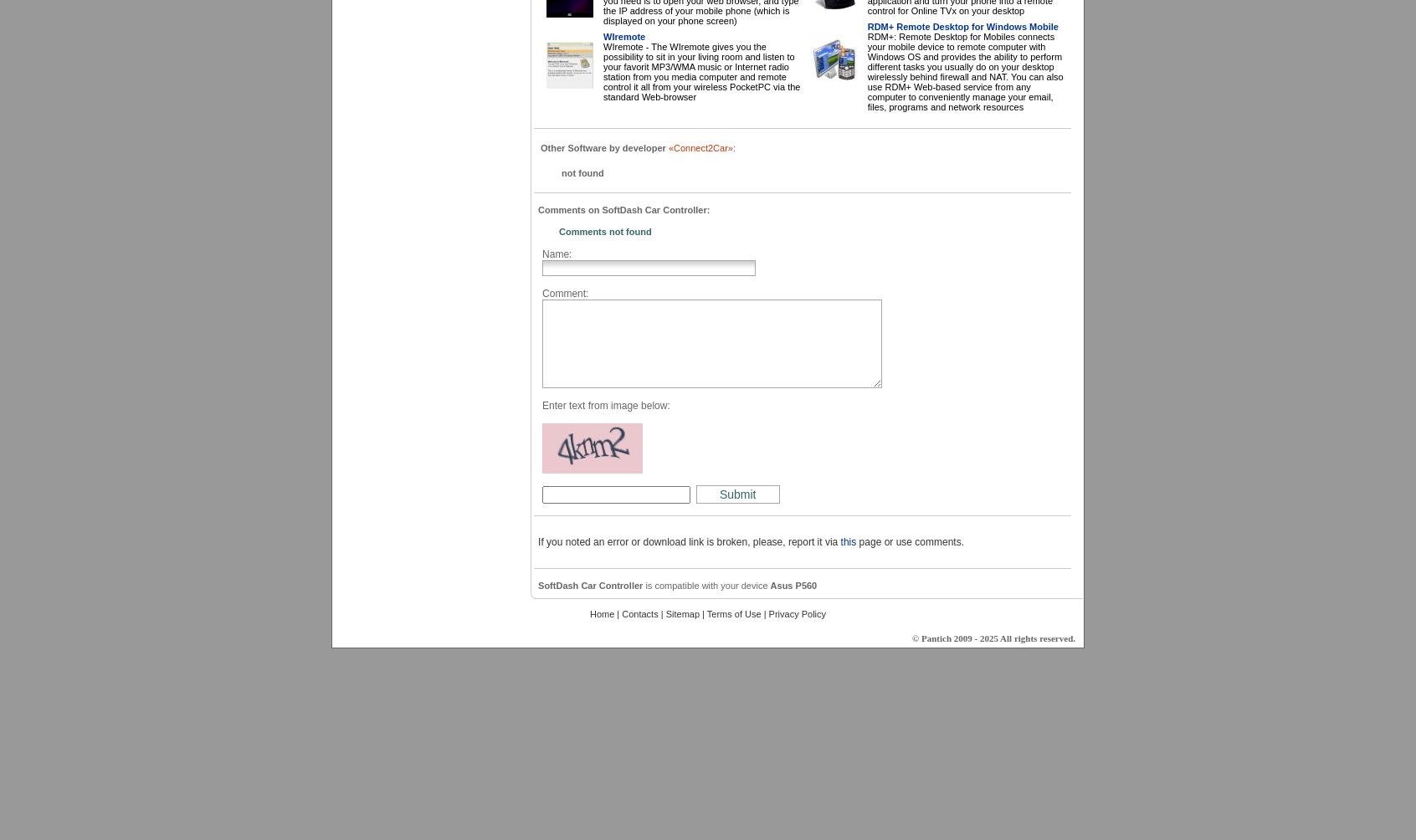 This screenshot has height=840, width=1416. I want to click on 'not found', so click(582, 172).